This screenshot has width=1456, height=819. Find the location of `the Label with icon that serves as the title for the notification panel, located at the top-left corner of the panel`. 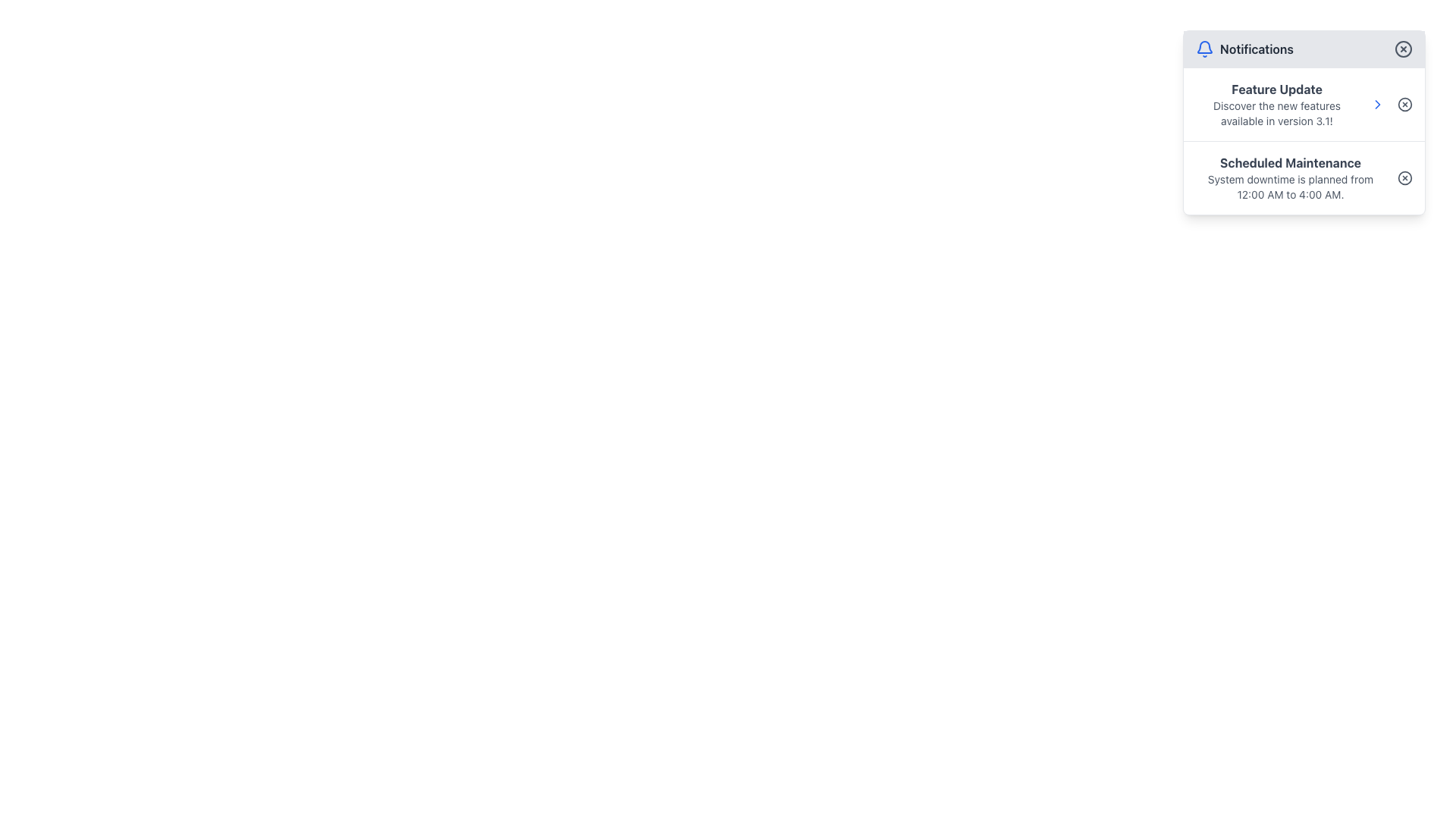

the Label with icon that serves as the title for the notification panel, located at the top-left corner of the panel is located at coordinates (1244, 49).